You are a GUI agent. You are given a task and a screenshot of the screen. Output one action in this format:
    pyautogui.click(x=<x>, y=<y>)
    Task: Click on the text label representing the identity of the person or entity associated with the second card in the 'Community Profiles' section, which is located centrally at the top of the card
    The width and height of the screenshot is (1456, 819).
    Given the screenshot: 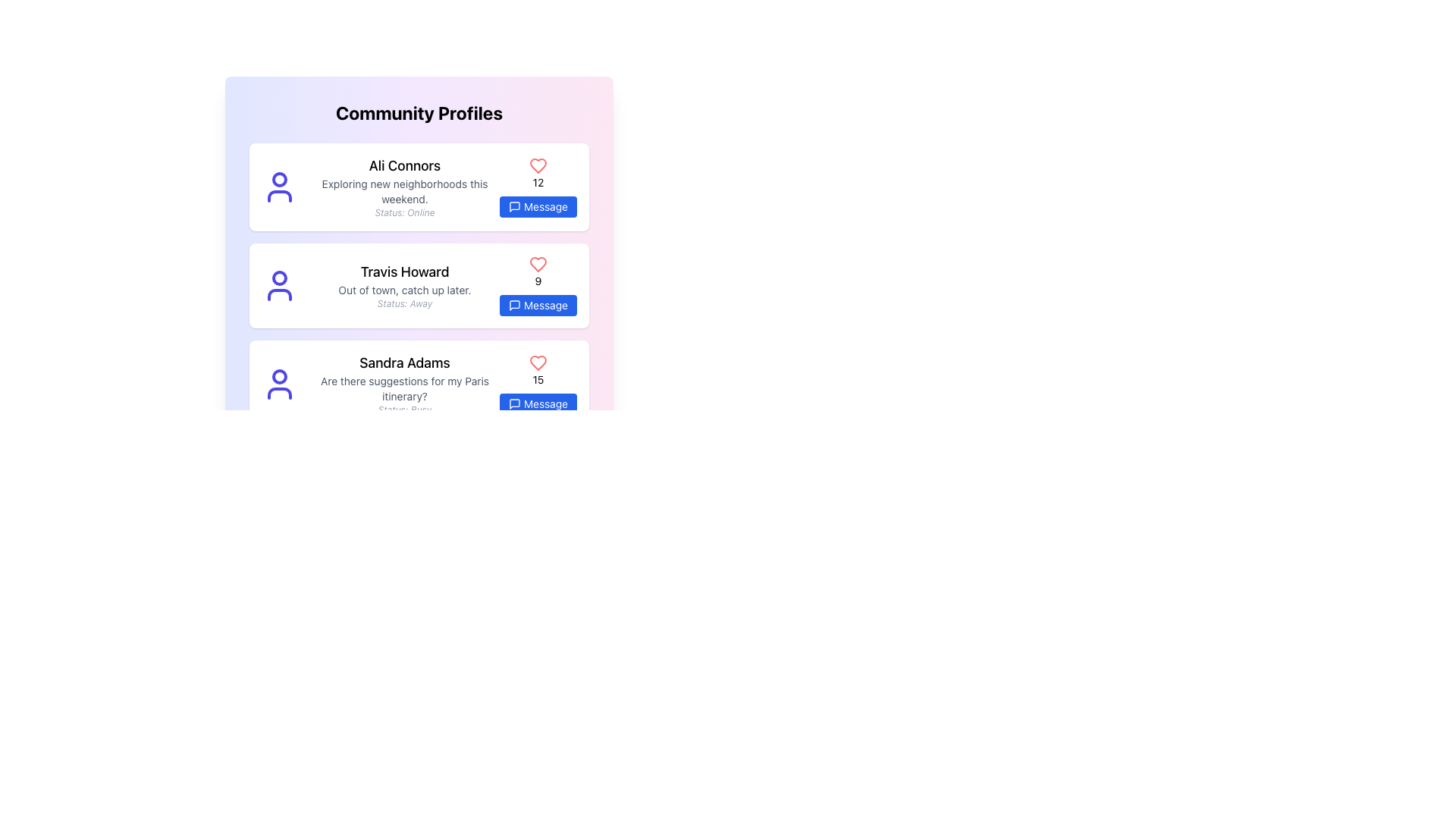 What is the action you would take?
    pyautogui.click(x=404, y=271)
    